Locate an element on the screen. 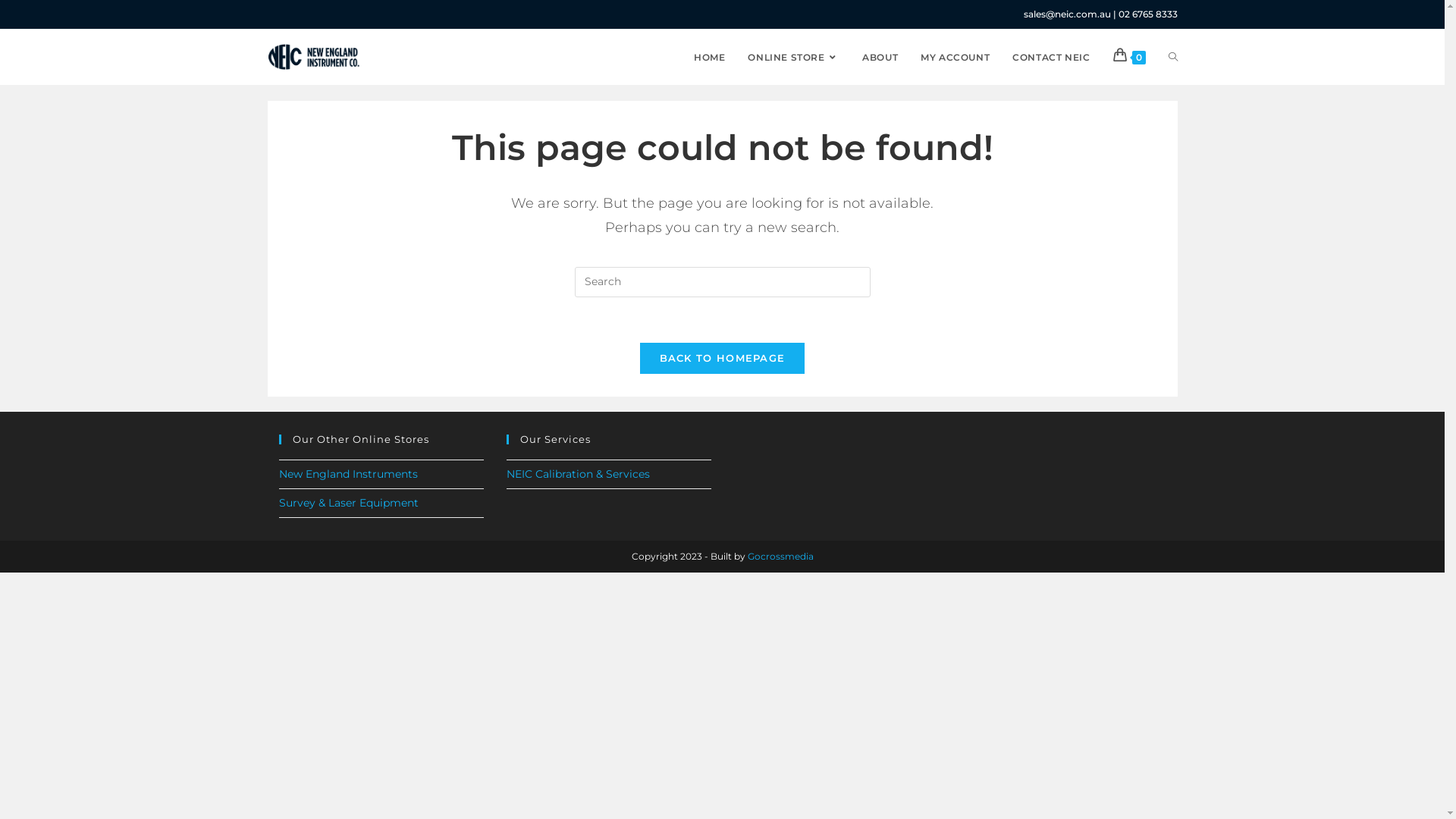 The width and height of the screenshot is (1456, 819). 'NEIC Calibration & Services' is located at coordinates (577, 472).